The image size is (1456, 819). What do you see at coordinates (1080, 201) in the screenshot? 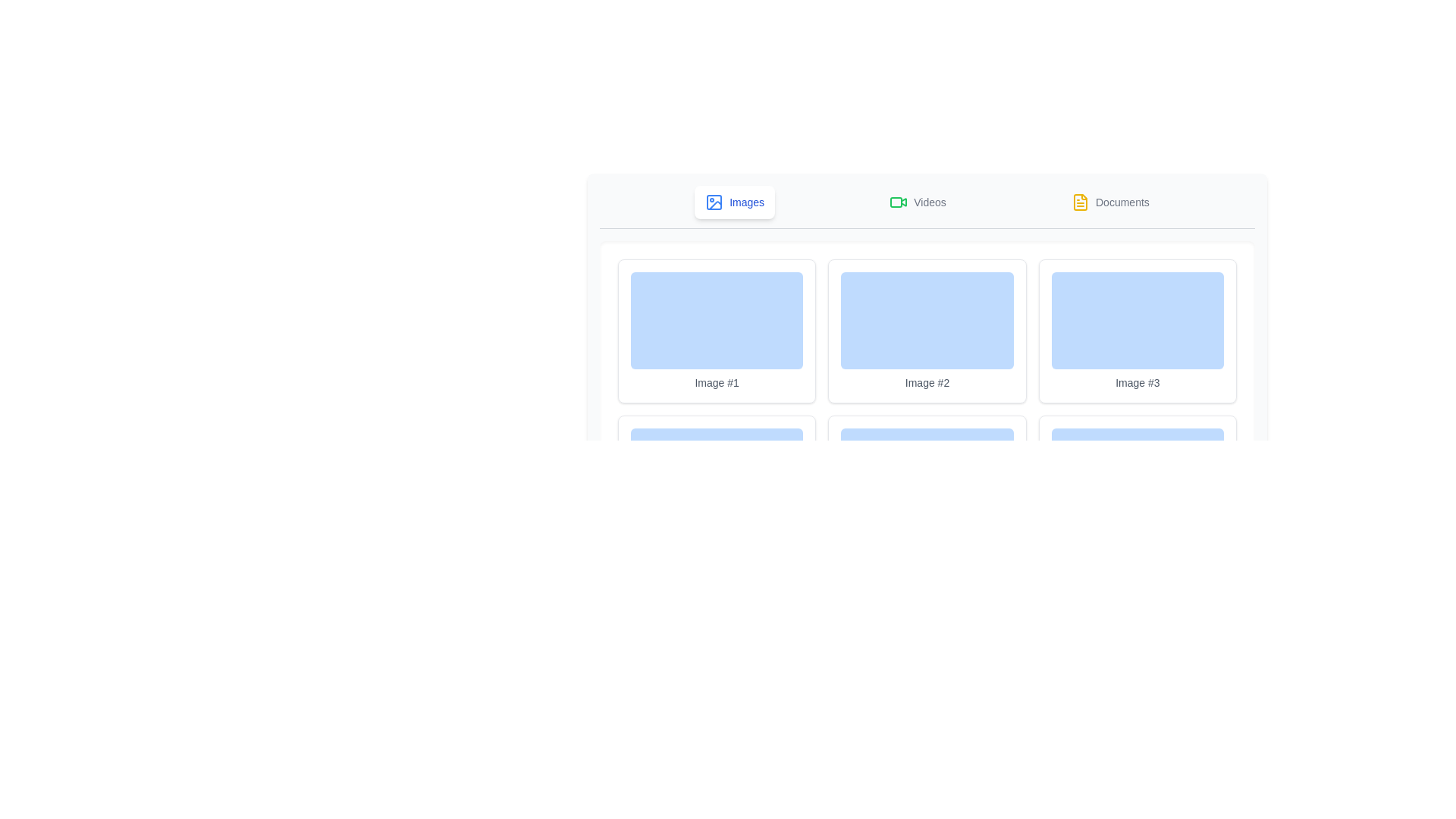
I see `the main outline of the yellow file icon located in the upper-right section of the navigation bar` at bounding box center [1080, 201].